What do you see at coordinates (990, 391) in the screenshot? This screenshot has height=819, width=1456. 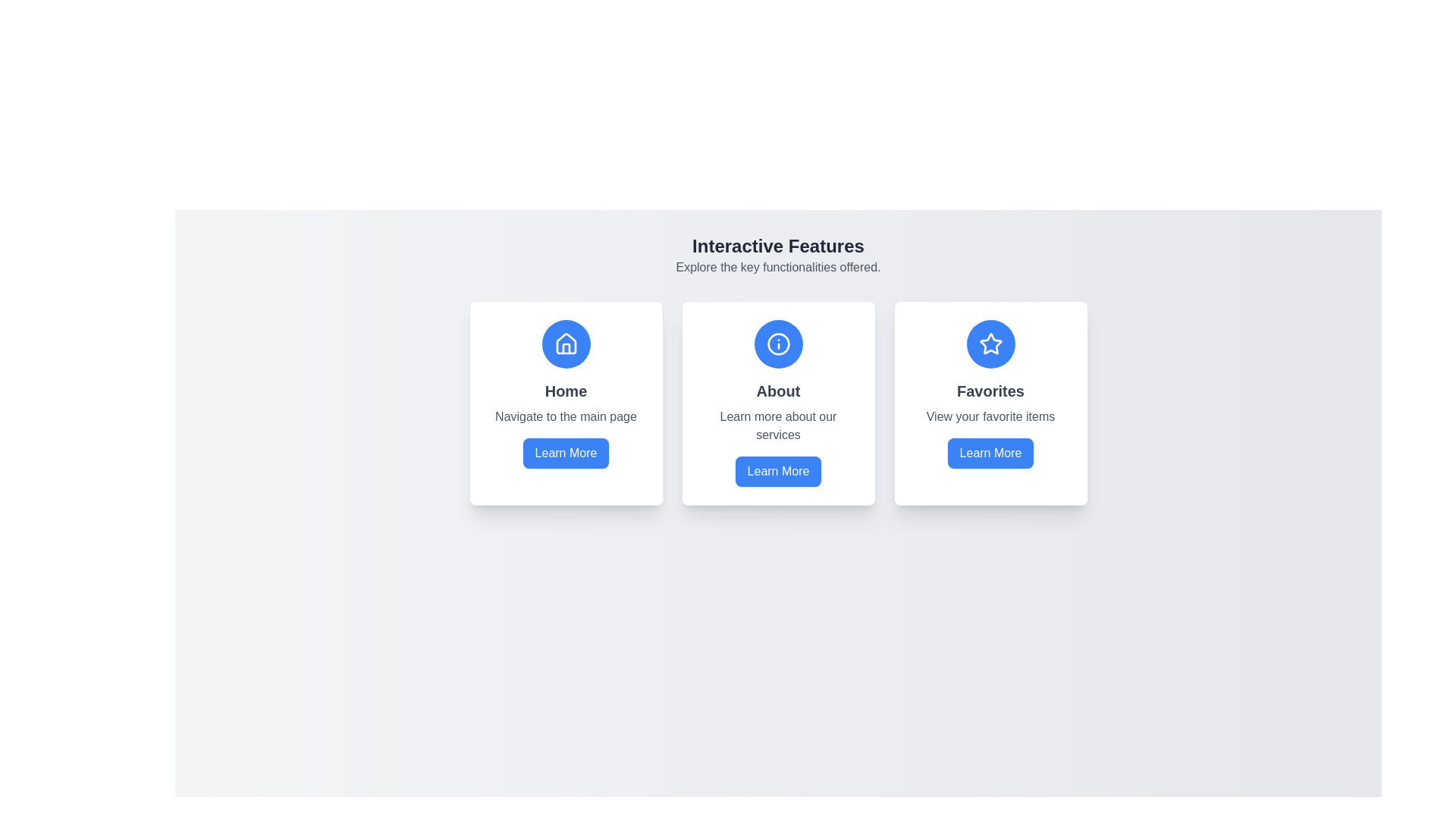 I see `text label displaying 'Favorites' in bold gray font, positioned within the white rectangular card below the blue circular star icon` at bounding box center [990, 391].